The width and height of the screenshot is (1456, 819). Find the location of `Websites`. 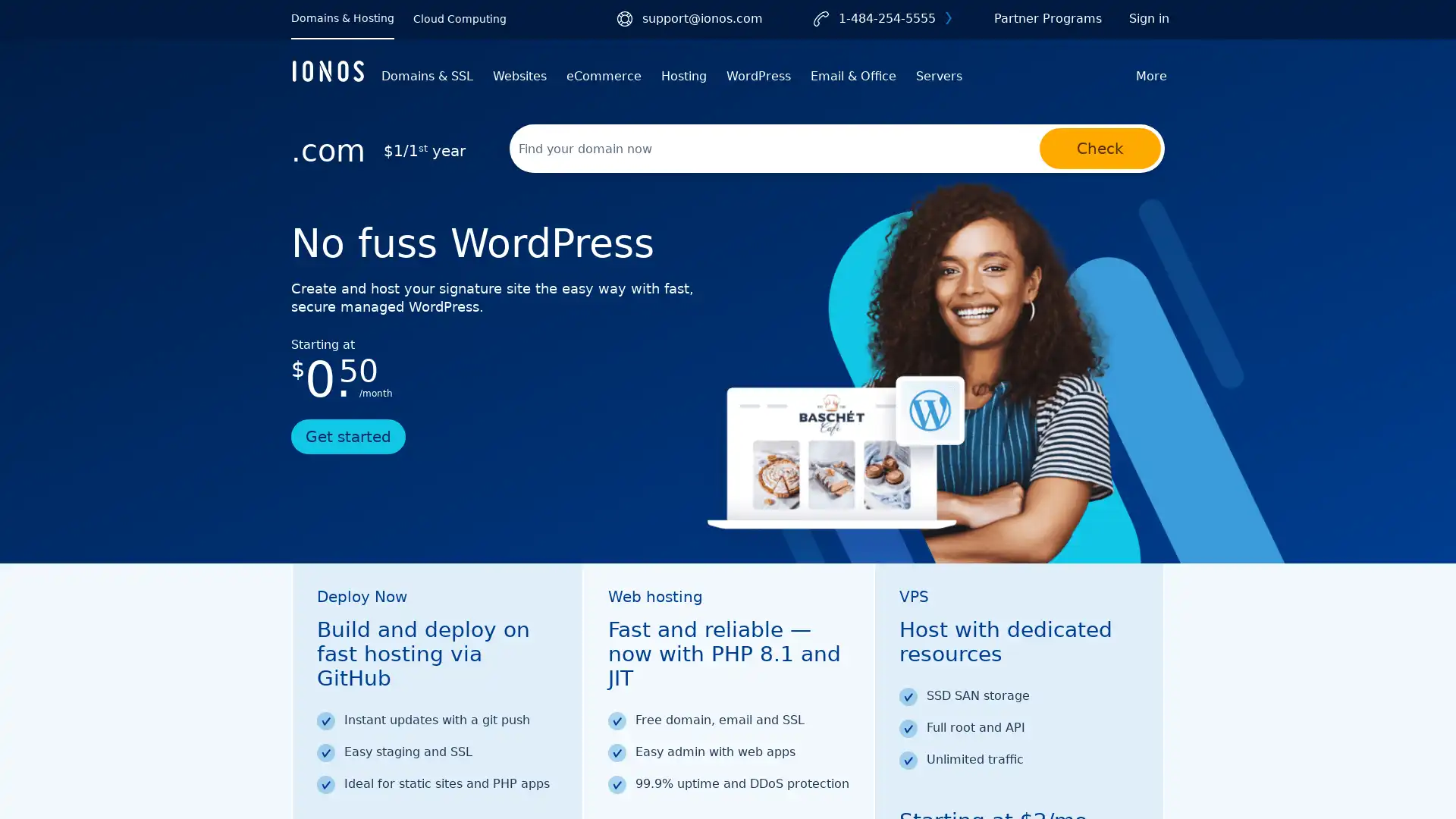

Websites is located at coordinates (519, 76).